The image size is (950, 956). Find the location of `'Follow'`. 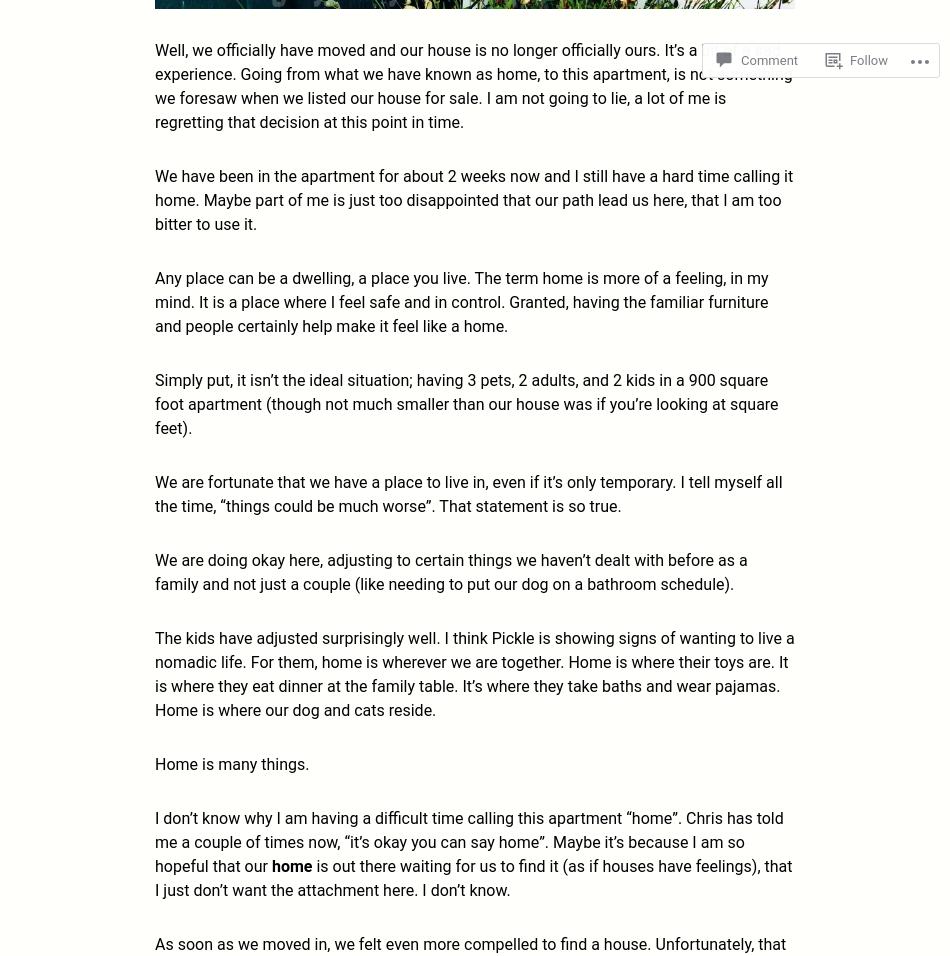

'Follow' is located at coordinates (867, 59).